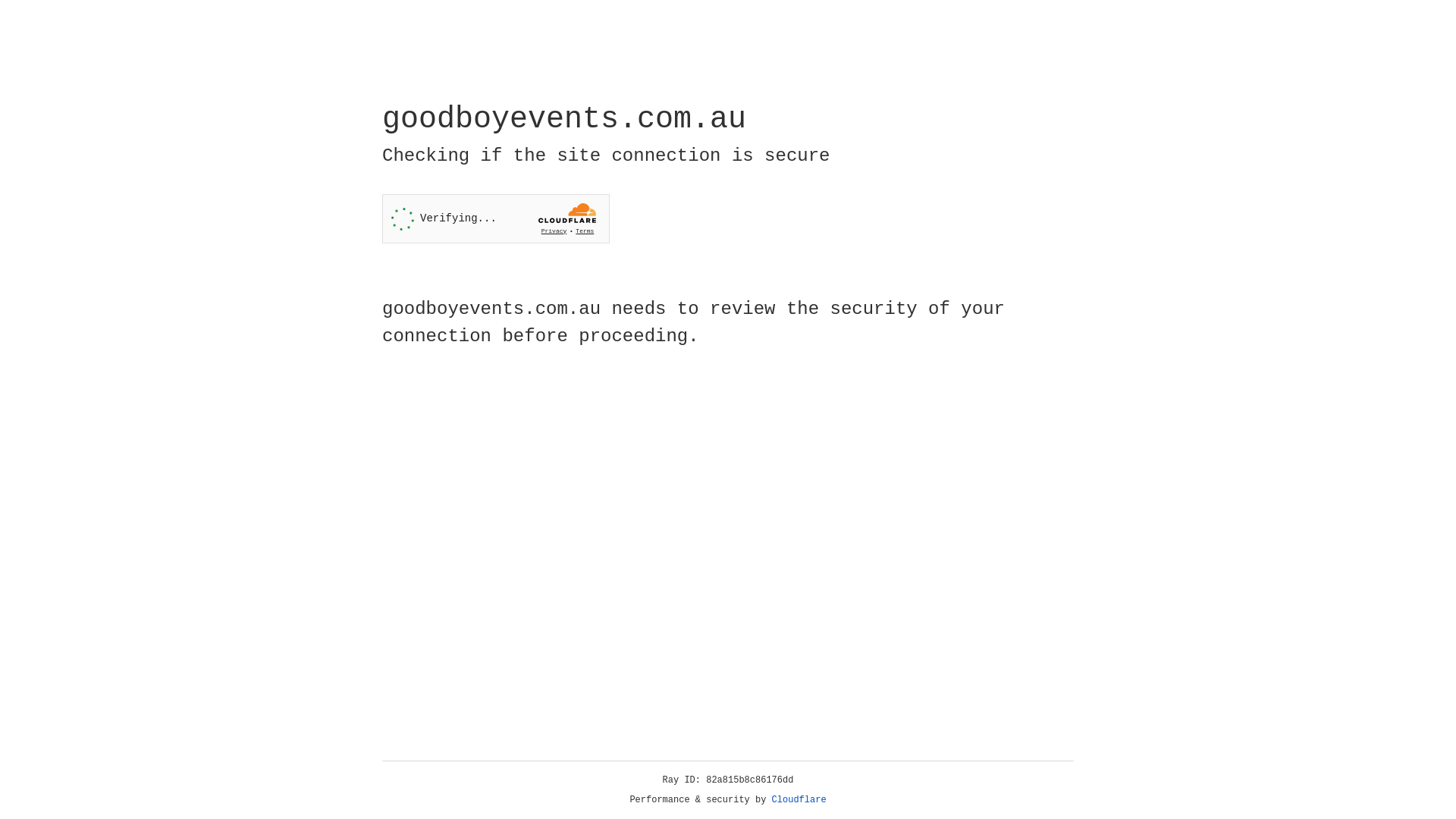 The width and height of the screenshot is (1456, 819). I want to click on 'Cloudflare', so click(799, 799).